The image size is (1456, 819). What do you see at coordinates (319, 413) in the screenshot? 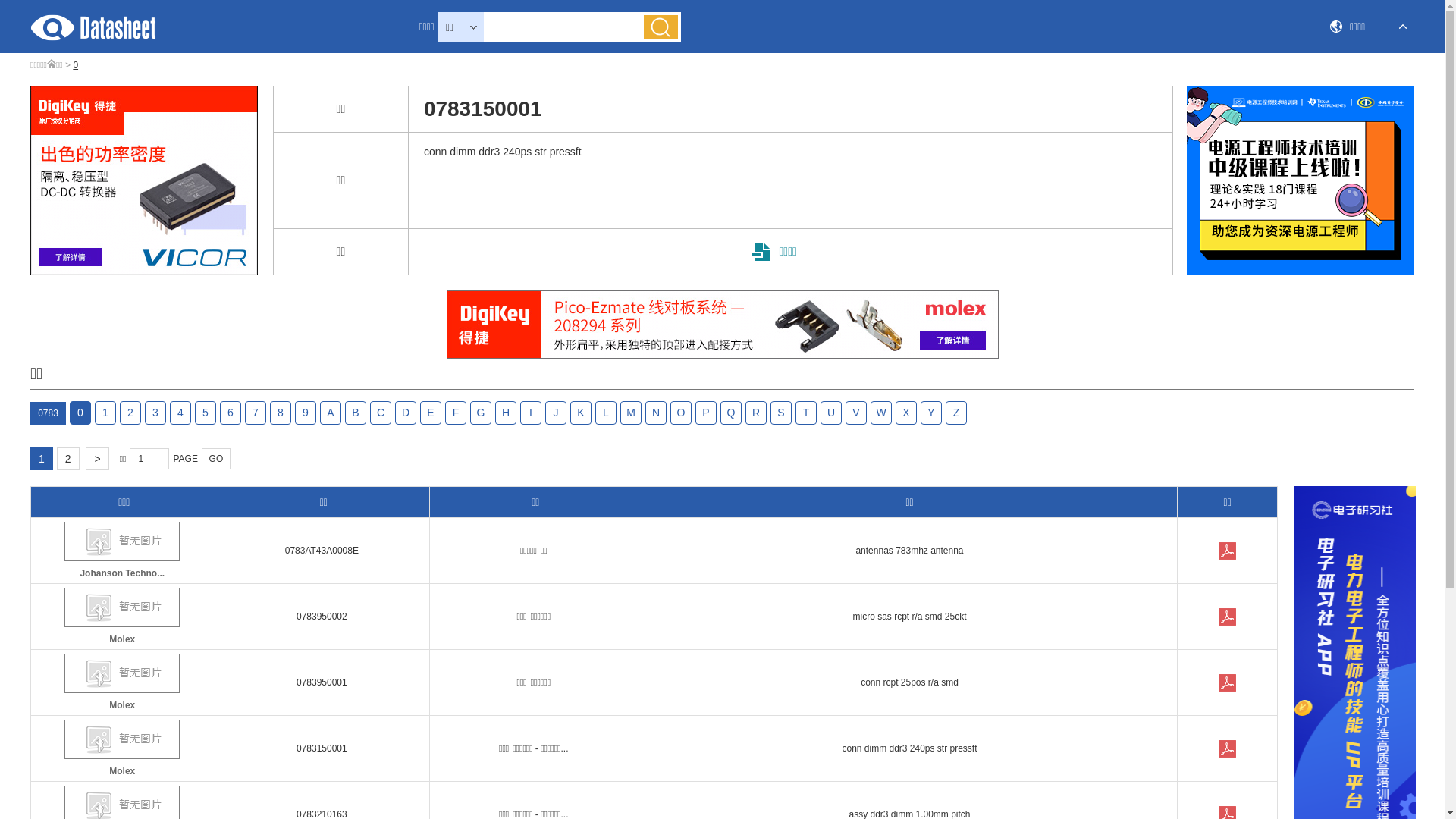
I see `'A'` at bounding box center [319, 413].